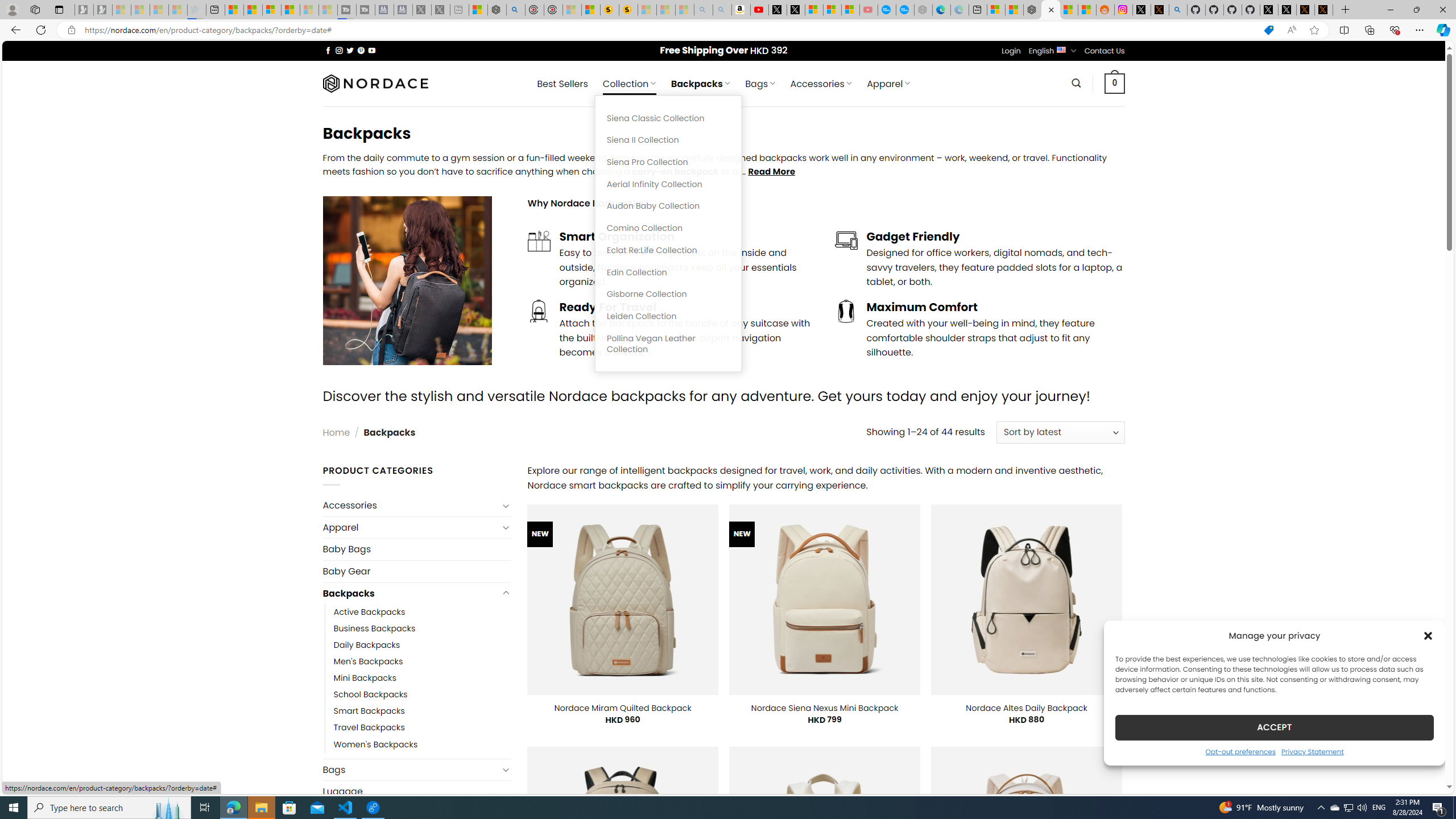  Describe the element at coordinates (309, 9) in the screenshot. I see `'Microsoft Start - Sleeping'` at that location.